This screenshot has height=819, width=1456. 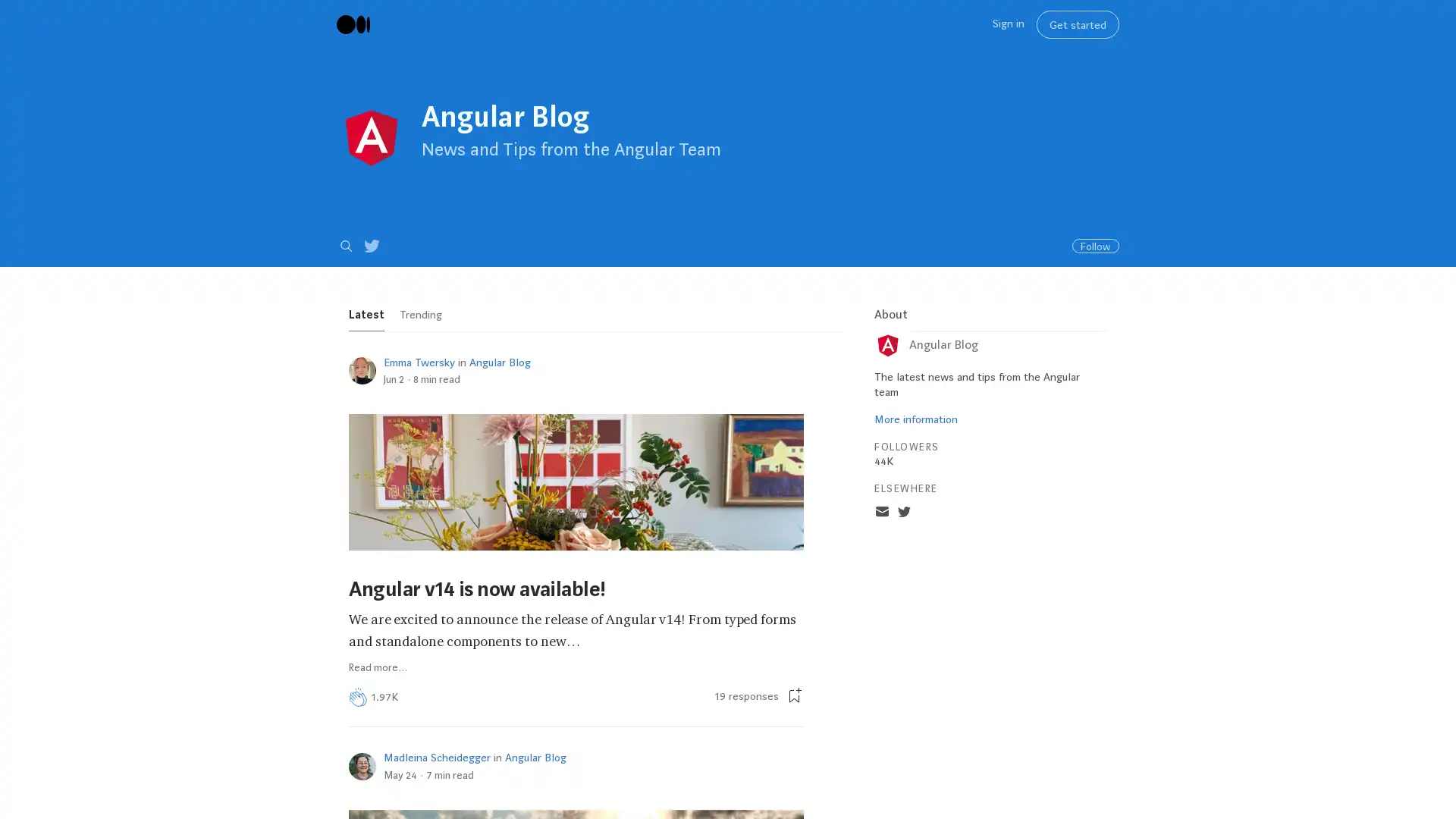 I want to click on Follow, so click(x=1095, y=245).